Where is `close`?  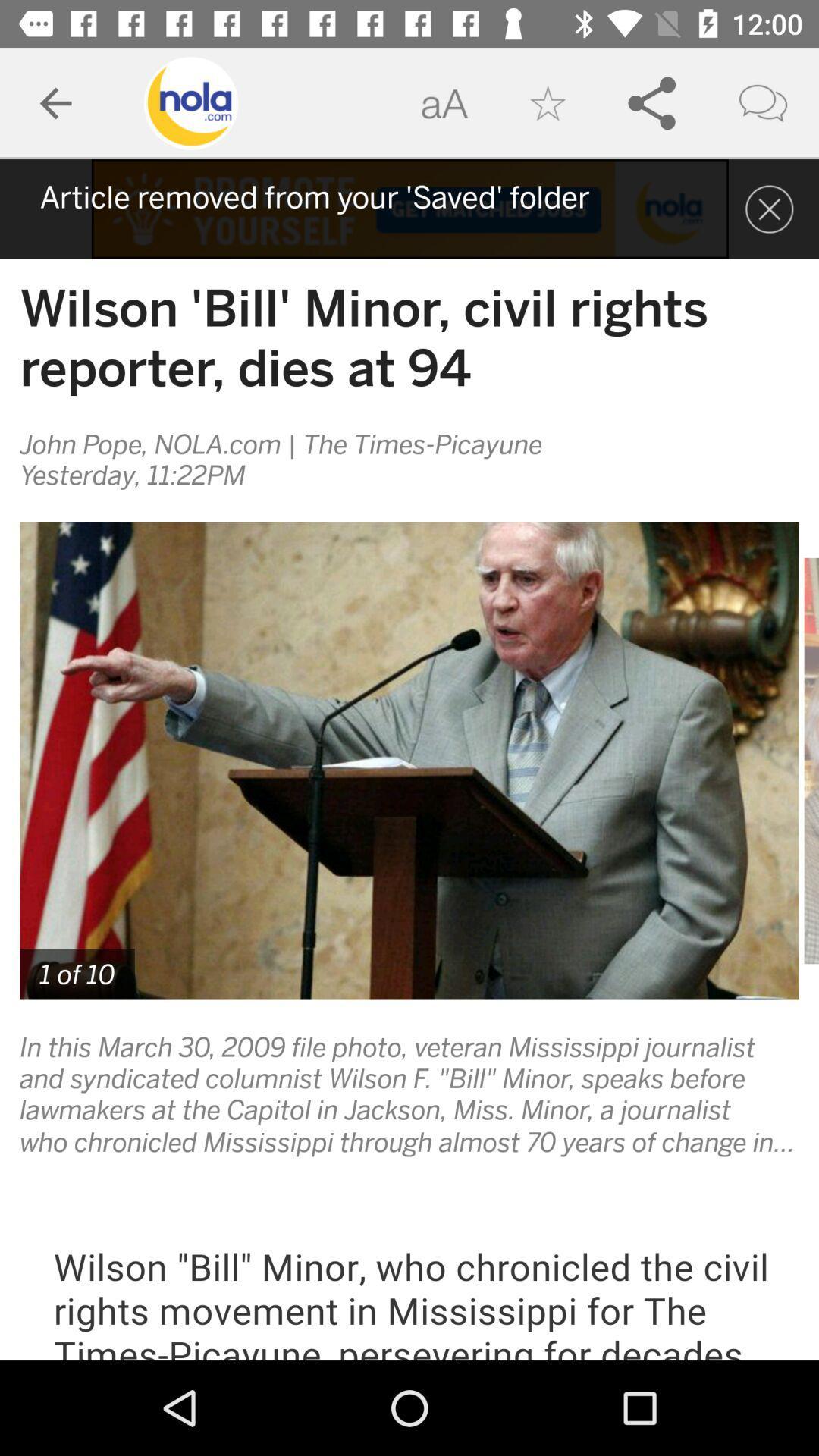
close is located at coordinates (769, 208).